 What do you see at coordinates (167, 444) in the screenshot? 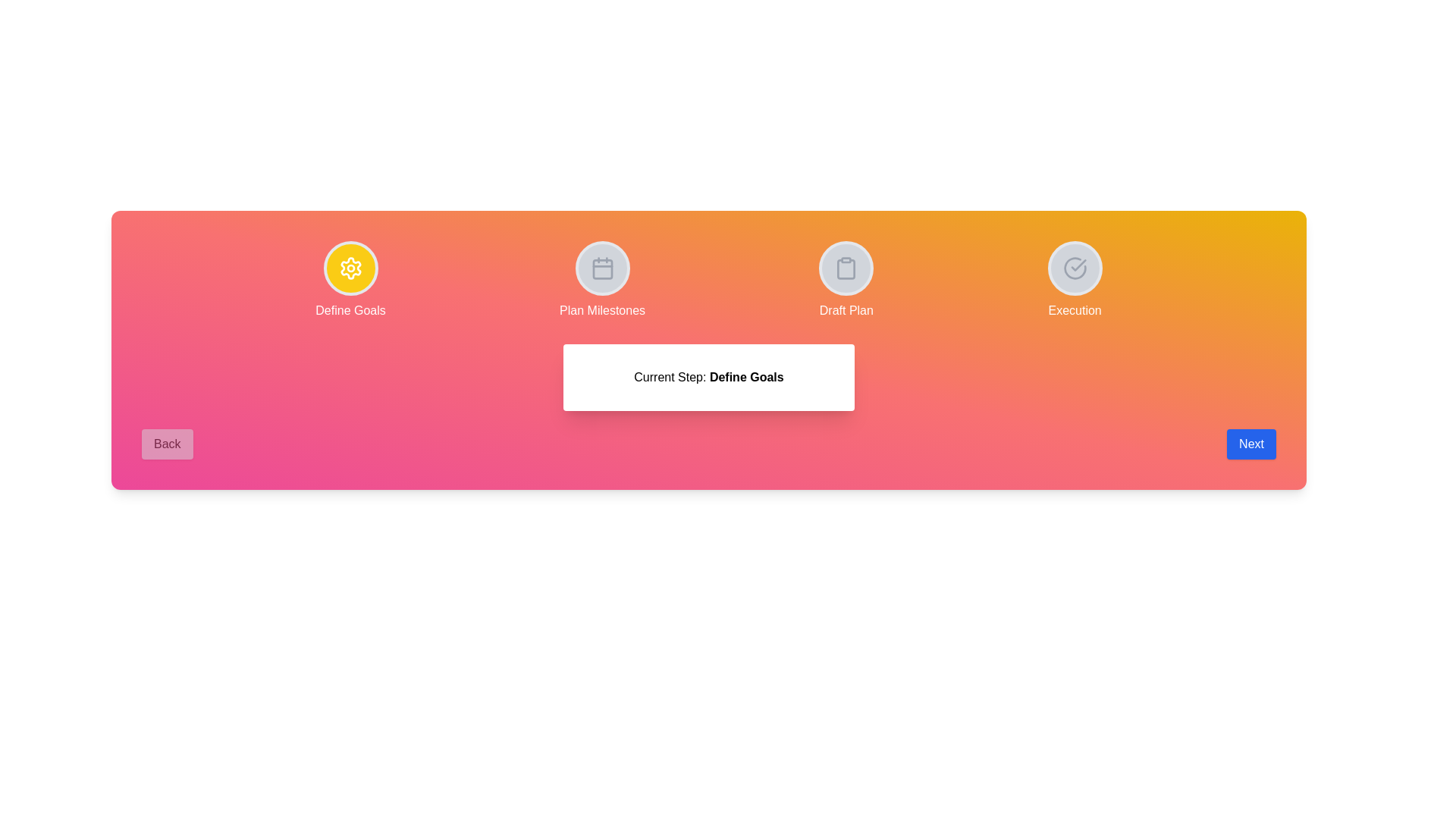
I see `the disabled 'Back' button to observe its behavior` at bounding box center [167, 444].